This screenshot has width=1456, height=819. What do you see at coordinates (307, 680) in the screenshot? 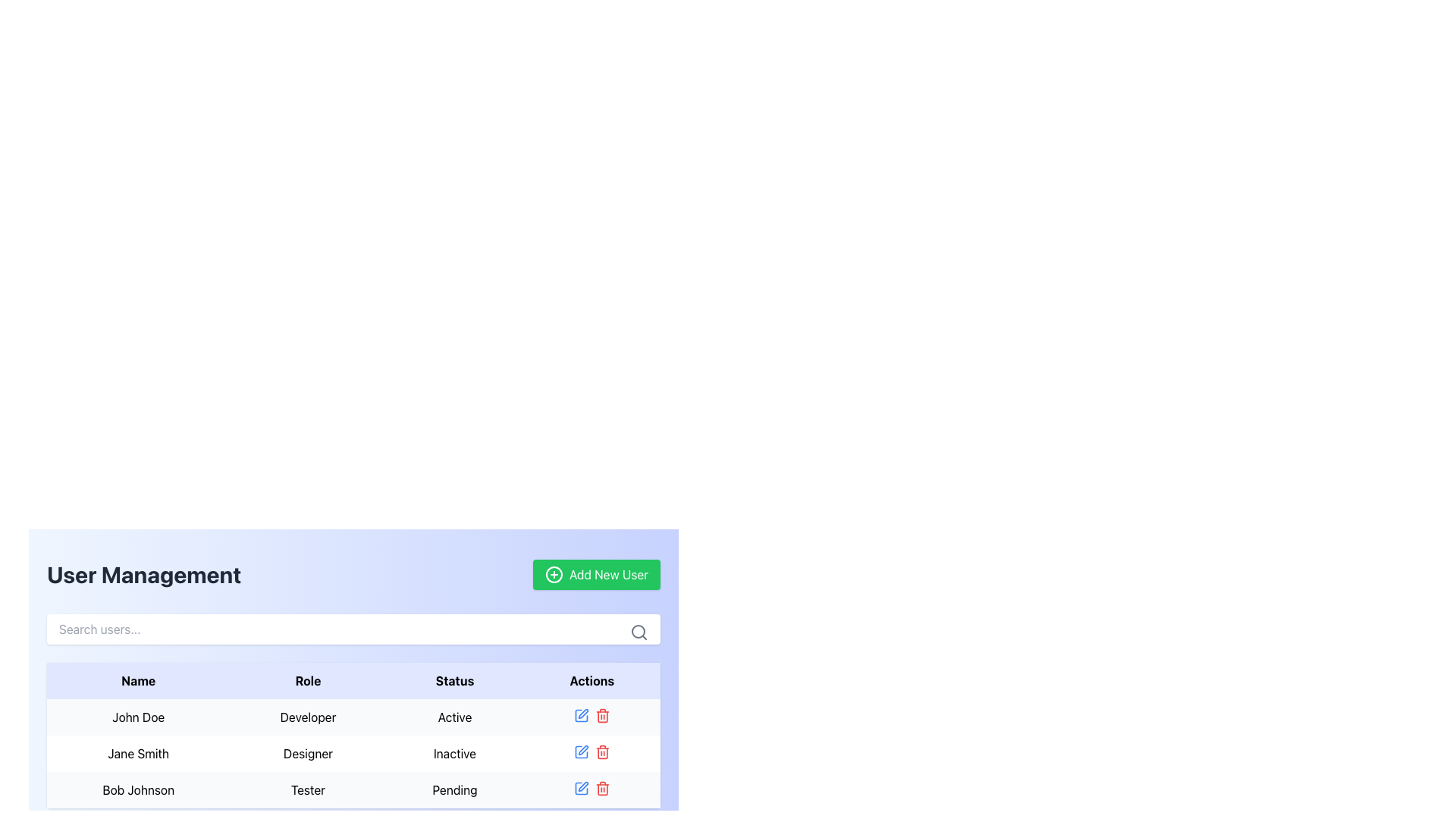
I see `the column header label indicating roles associated with entities in the table, located between 'Name' and 'Status'` at bounding box center [307, 680].